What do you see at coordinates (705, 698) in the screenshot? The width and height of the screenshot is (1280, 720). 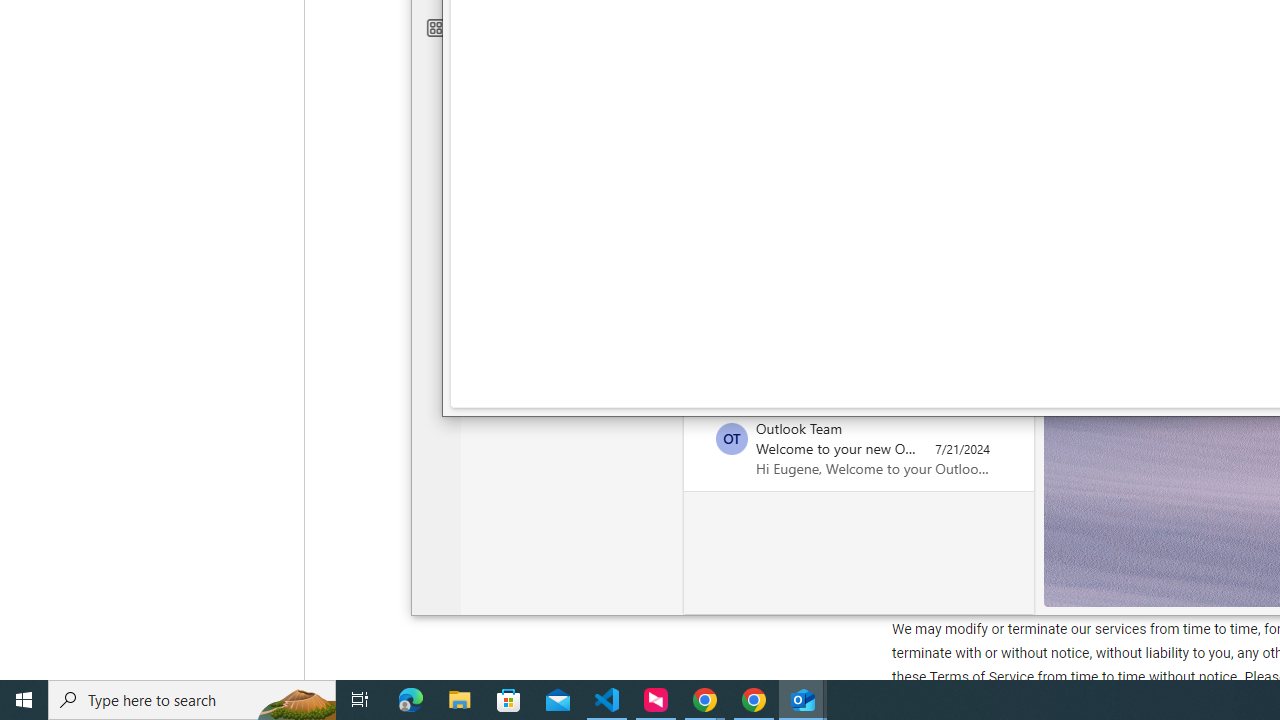 I see `'Google Chrome - 2 running windows'` at bounding box center [705, 698].